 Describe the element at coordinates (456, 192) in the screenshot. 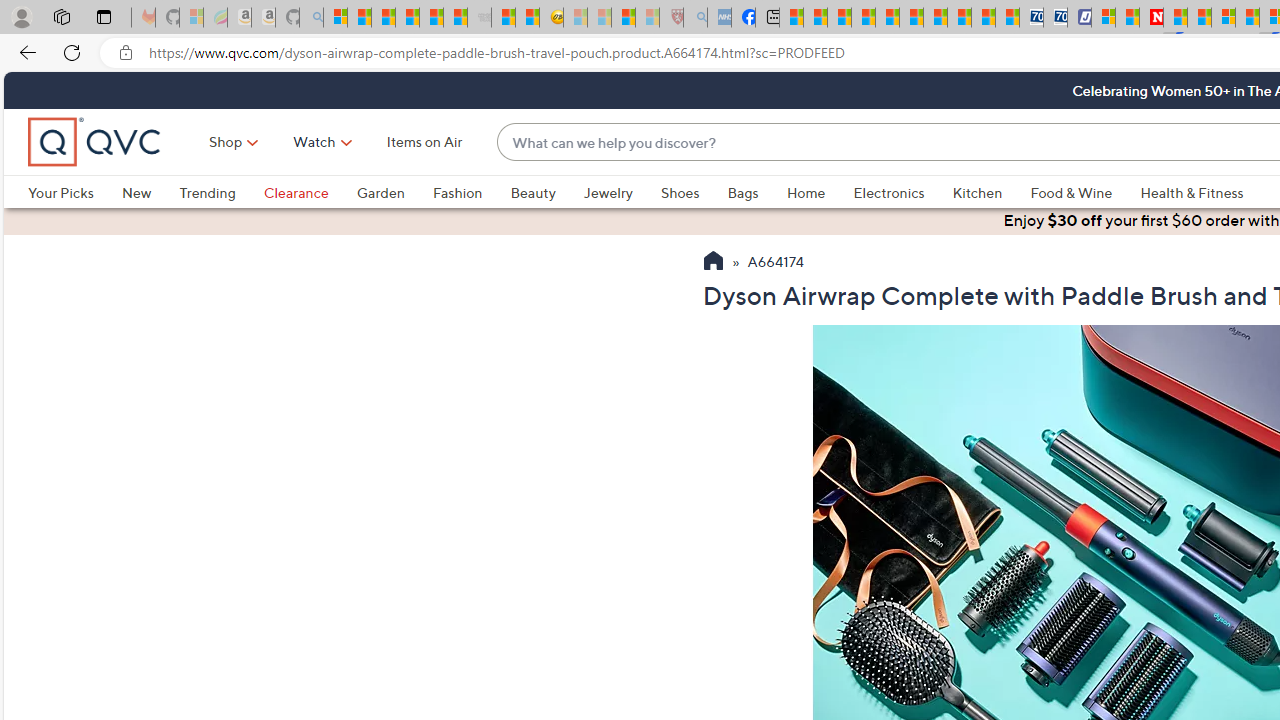

I see `'Fashion'` at that location.